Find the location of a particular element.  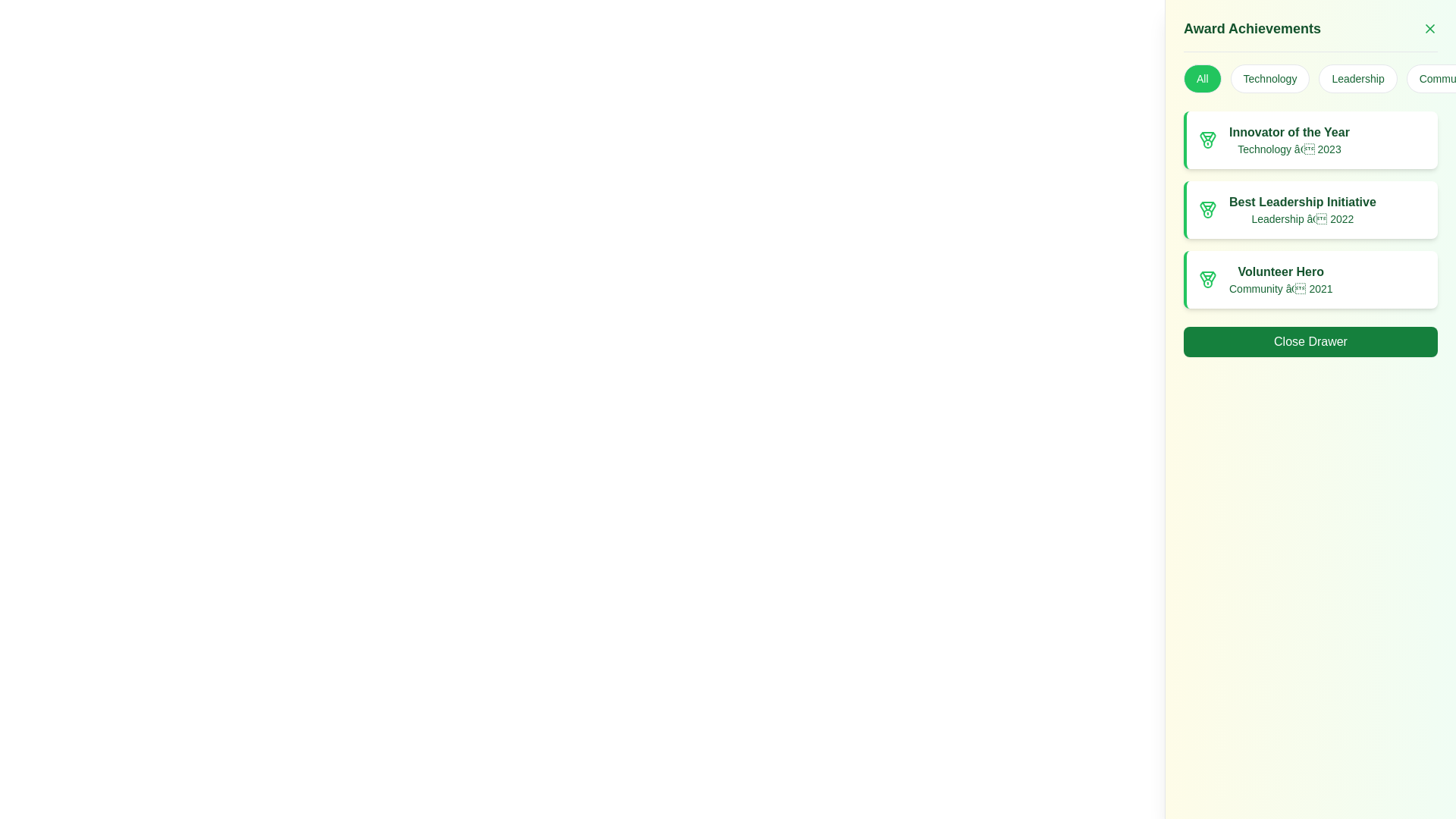

the green medal icon located at the left end of the 'Volunteer Hero' award entry is located at coordinates (1207, 280).